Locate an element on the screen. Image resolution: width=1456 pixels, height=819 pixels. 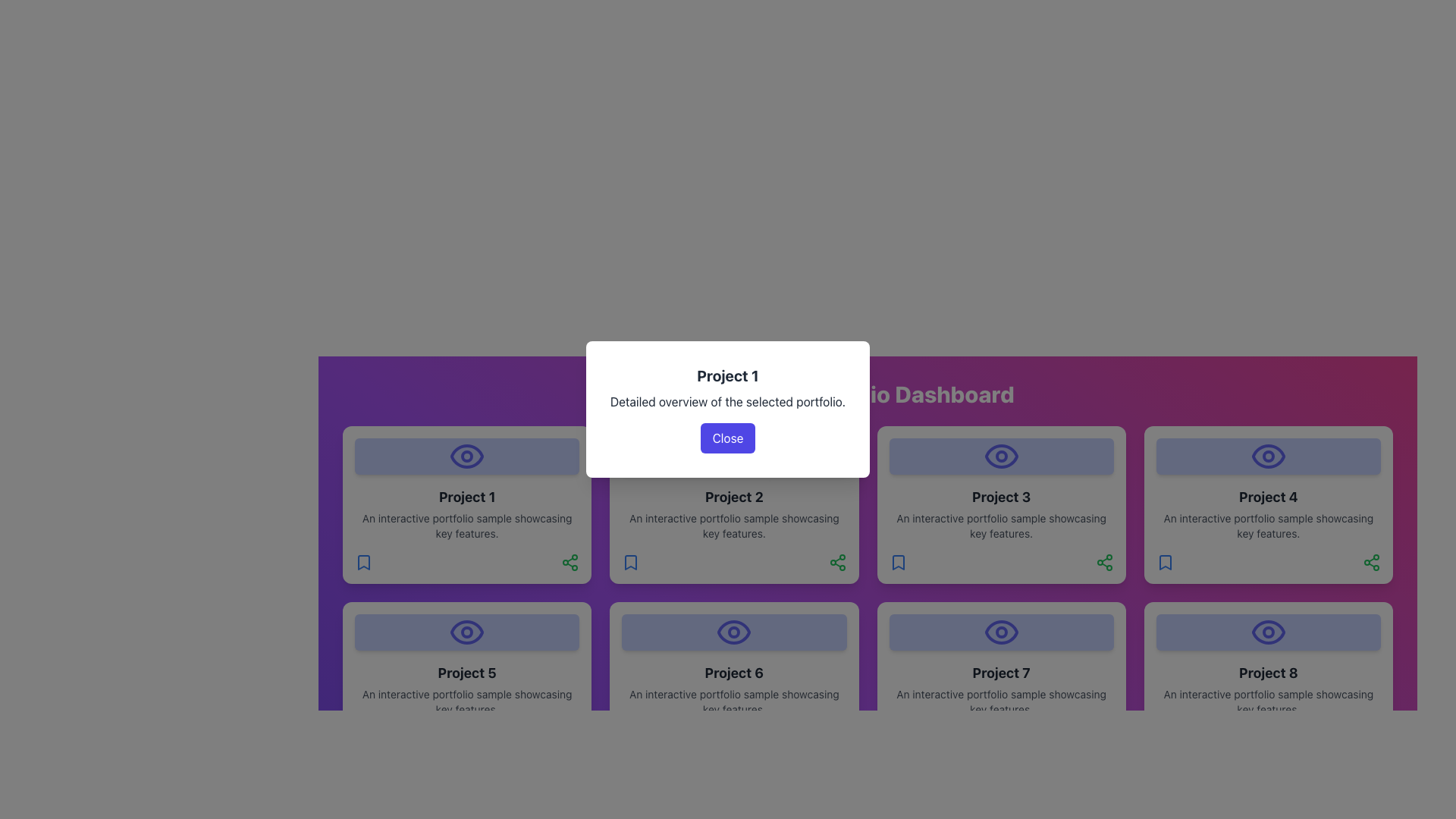
the SVG circle element, which is part of the eye icon indicating view or visibility functions, located in the top-right area of card number five in the grid layout is located at coordinates (466, 632).